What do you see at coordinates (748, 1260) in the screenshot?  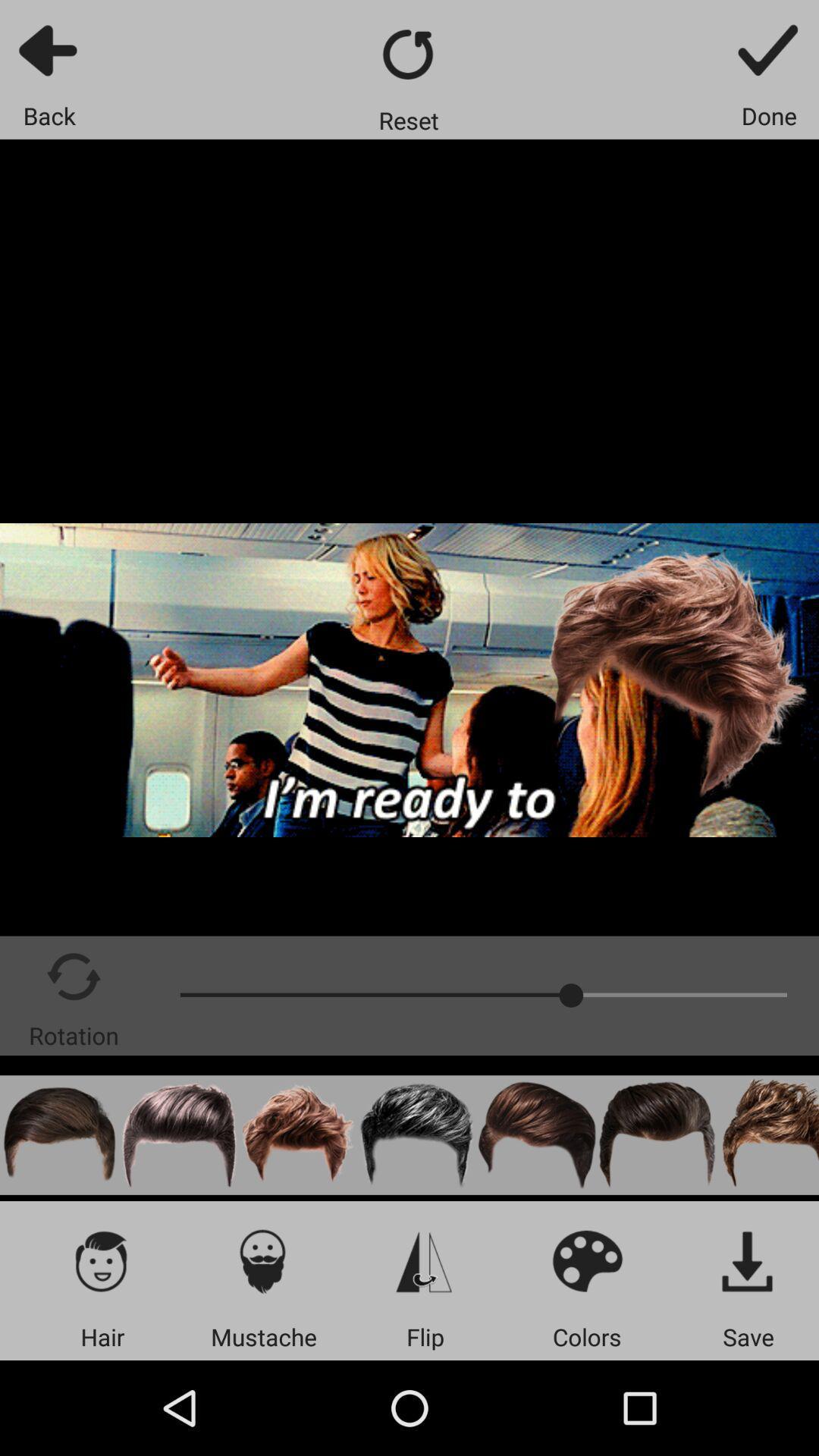 I see `image` at bounding box center [748, 1260].